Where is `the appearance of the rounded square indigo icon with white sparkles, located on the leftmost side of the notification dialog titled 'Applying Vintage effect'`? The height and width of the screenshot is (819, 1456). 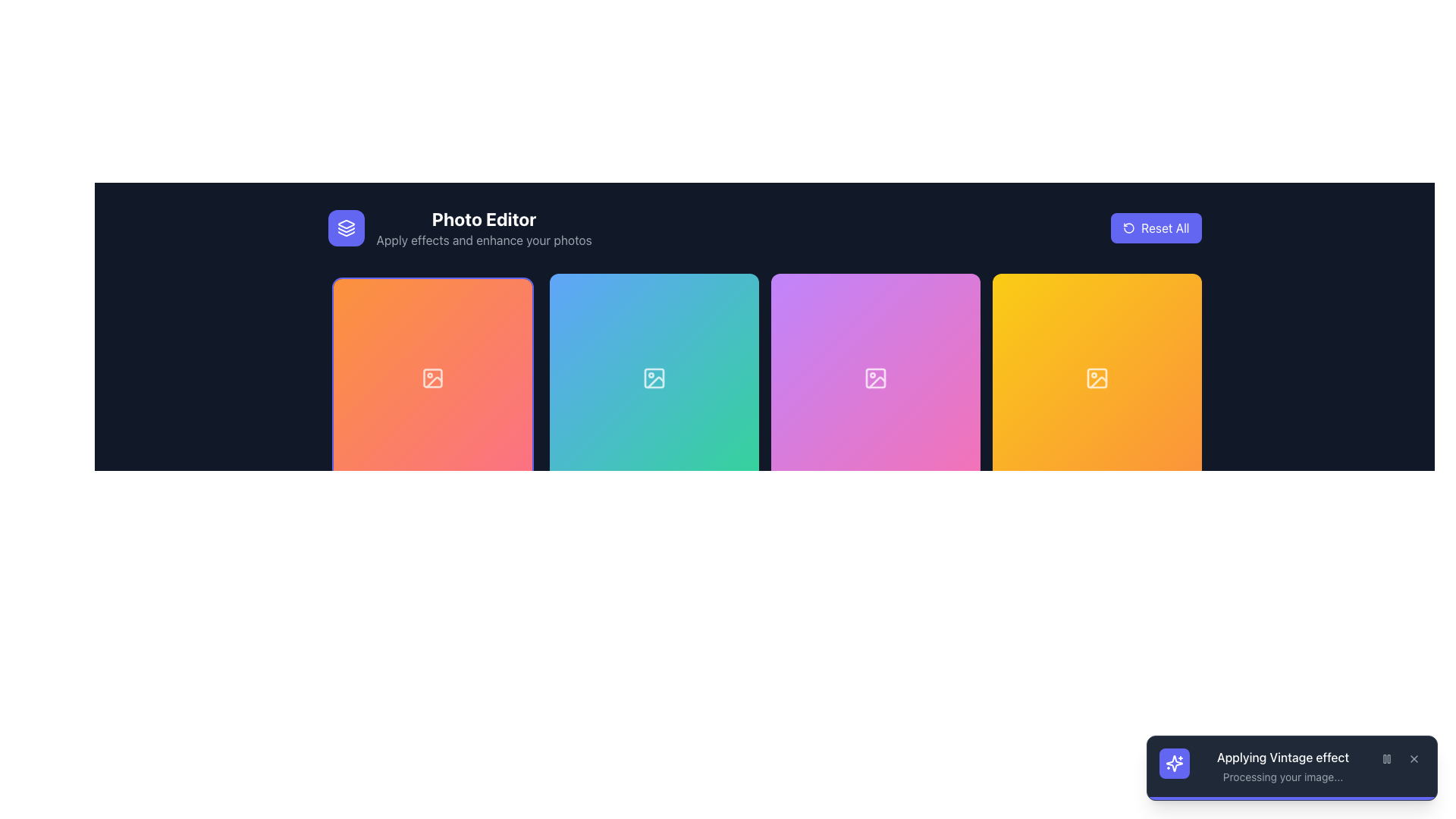 the appearance of the rounded square indigo icon with white sparkles, located on the leftmost side of the notification dialog titled 'Applying Vintage effect' is located at coordinates (1174, 763).